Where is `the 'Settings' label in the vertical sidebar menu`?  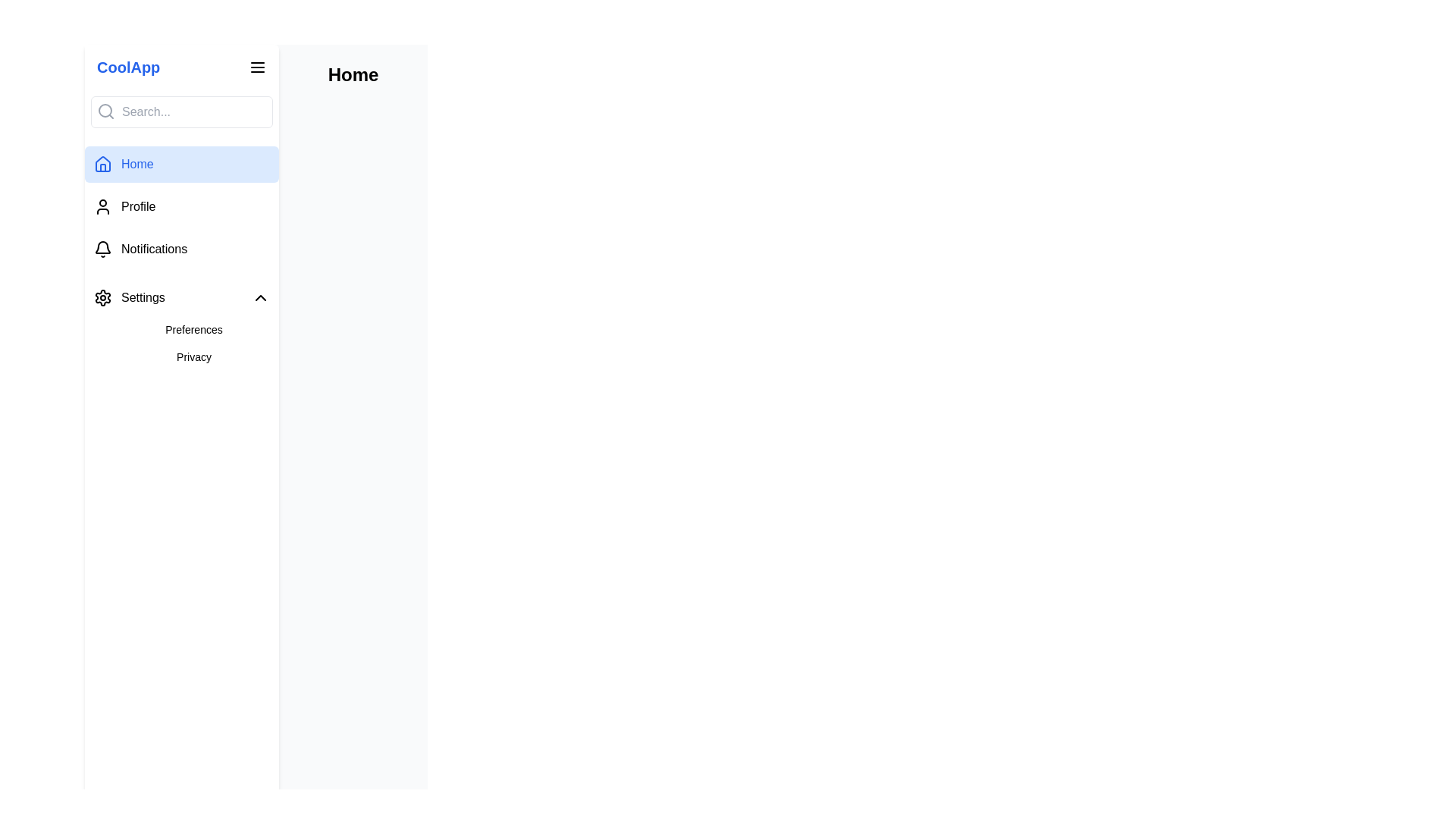
the 'Settings' label in the vertical sidebar menu is located at coordinates (143, 298).